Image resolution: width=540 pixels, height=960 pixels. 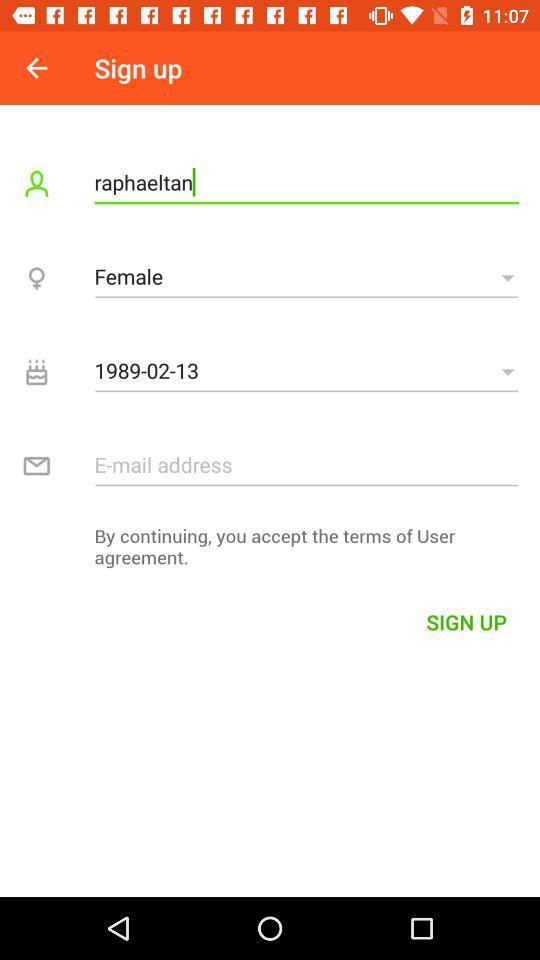 I want to click on by continuing you icon, so click(x=270, y=551).